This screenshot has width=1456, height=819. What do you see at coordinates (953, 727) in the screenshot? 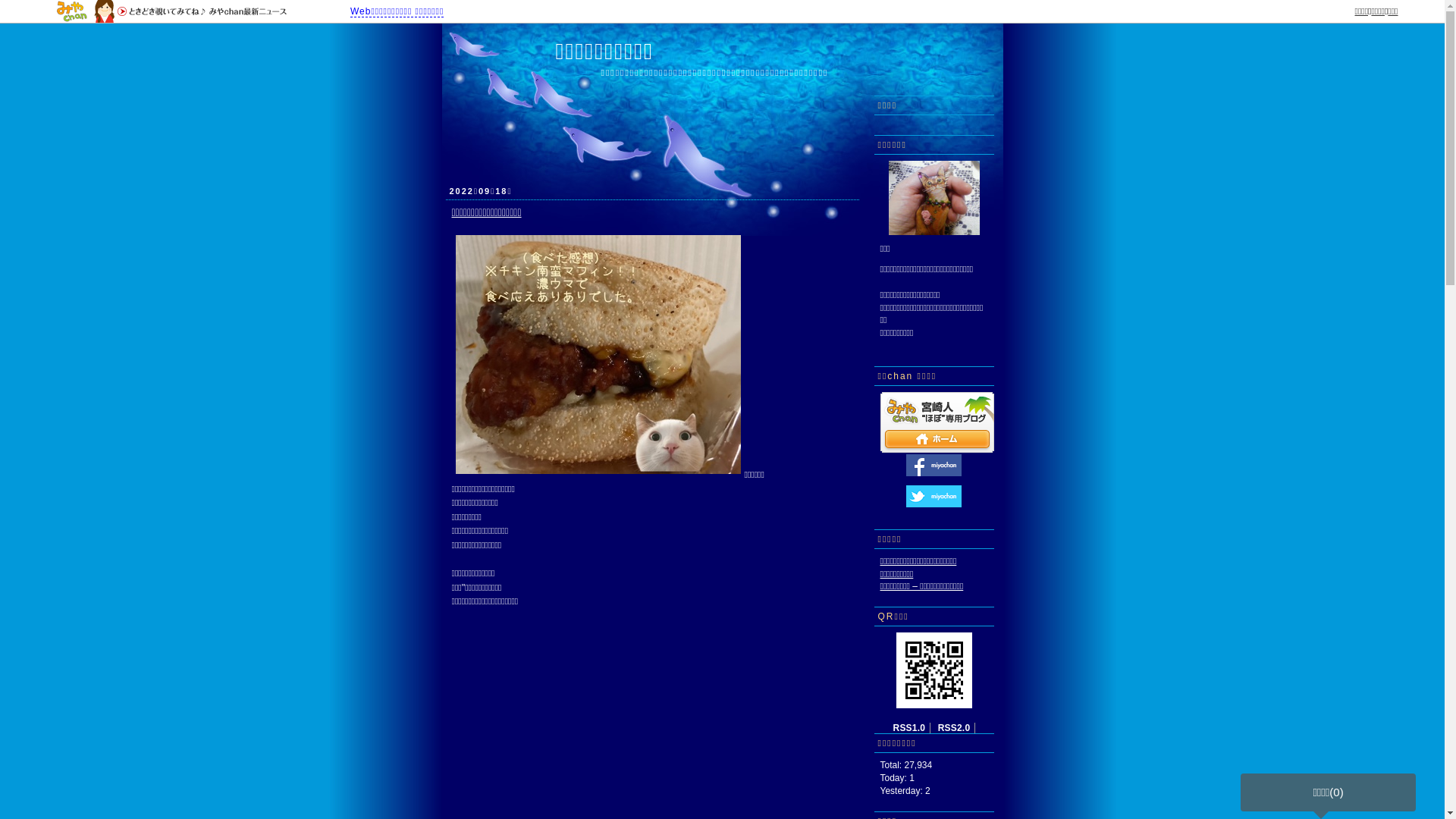
I see `'RSS2.0'` at bounding box center [953, 727].